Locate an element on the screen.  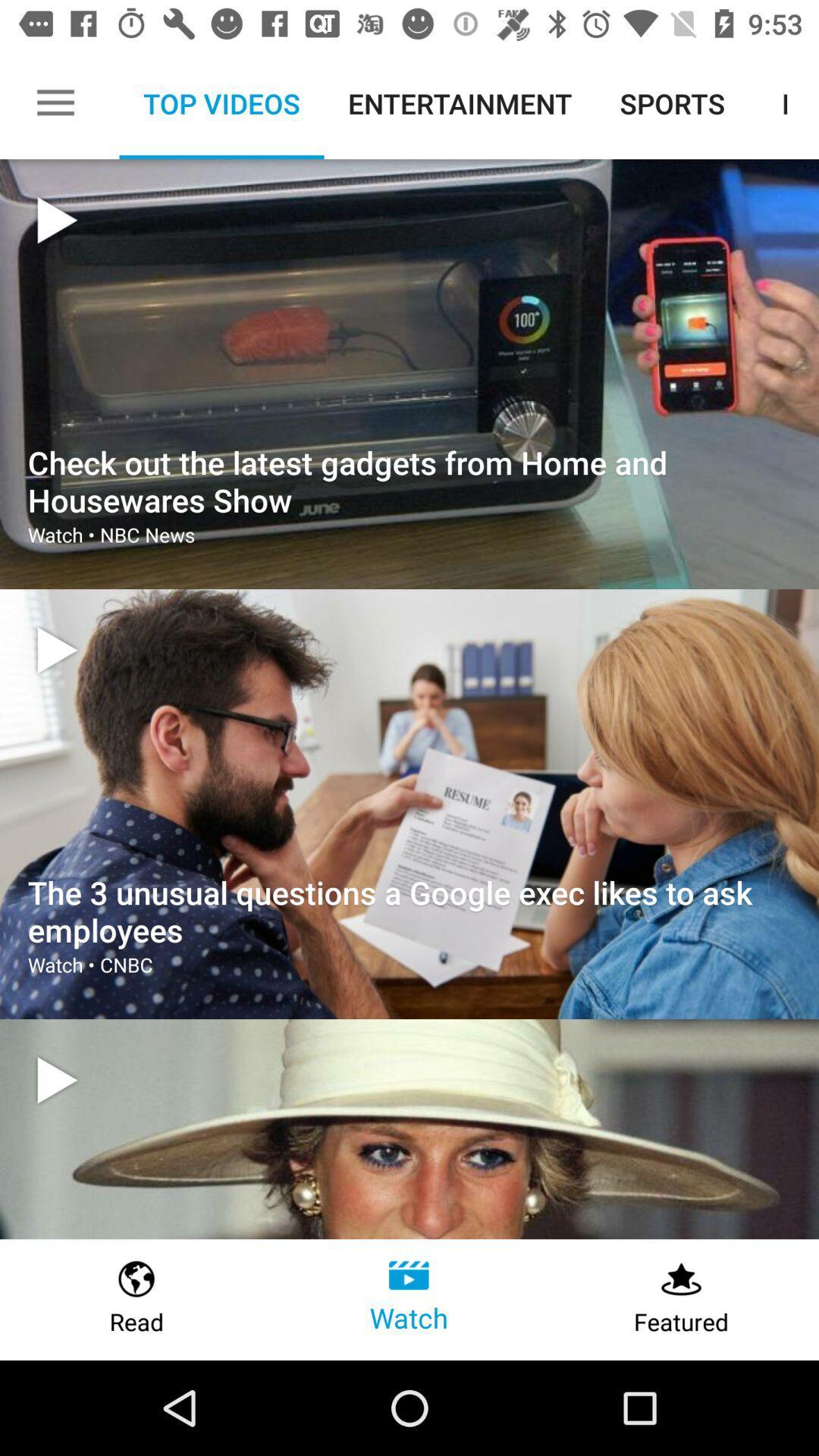
video icon is located at coordinates (56, 650).